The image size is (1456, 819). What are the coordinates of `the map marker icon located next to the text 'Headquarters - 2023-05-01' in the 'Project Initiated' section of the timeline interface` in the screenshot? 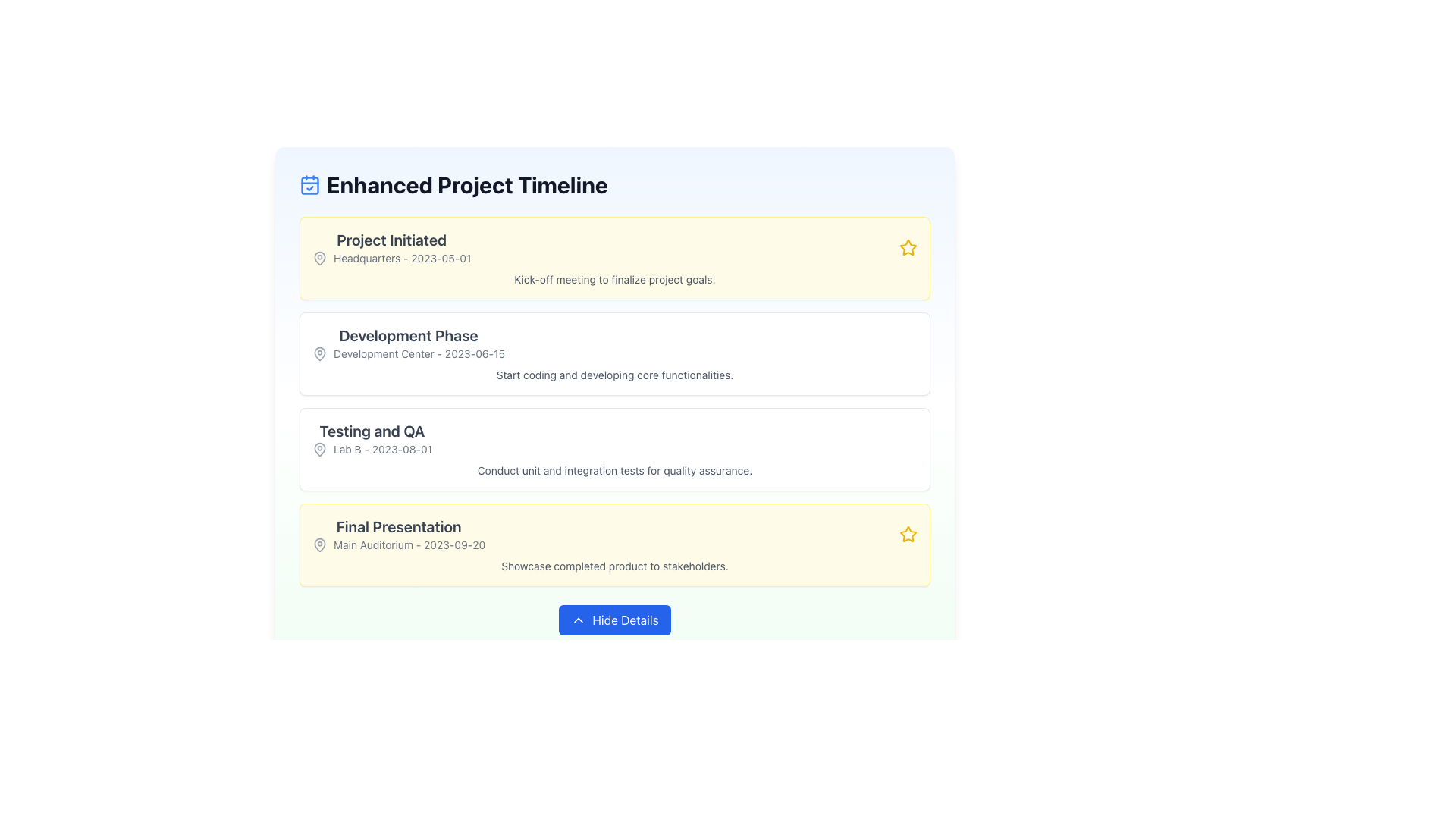 It's located at (319, 257).